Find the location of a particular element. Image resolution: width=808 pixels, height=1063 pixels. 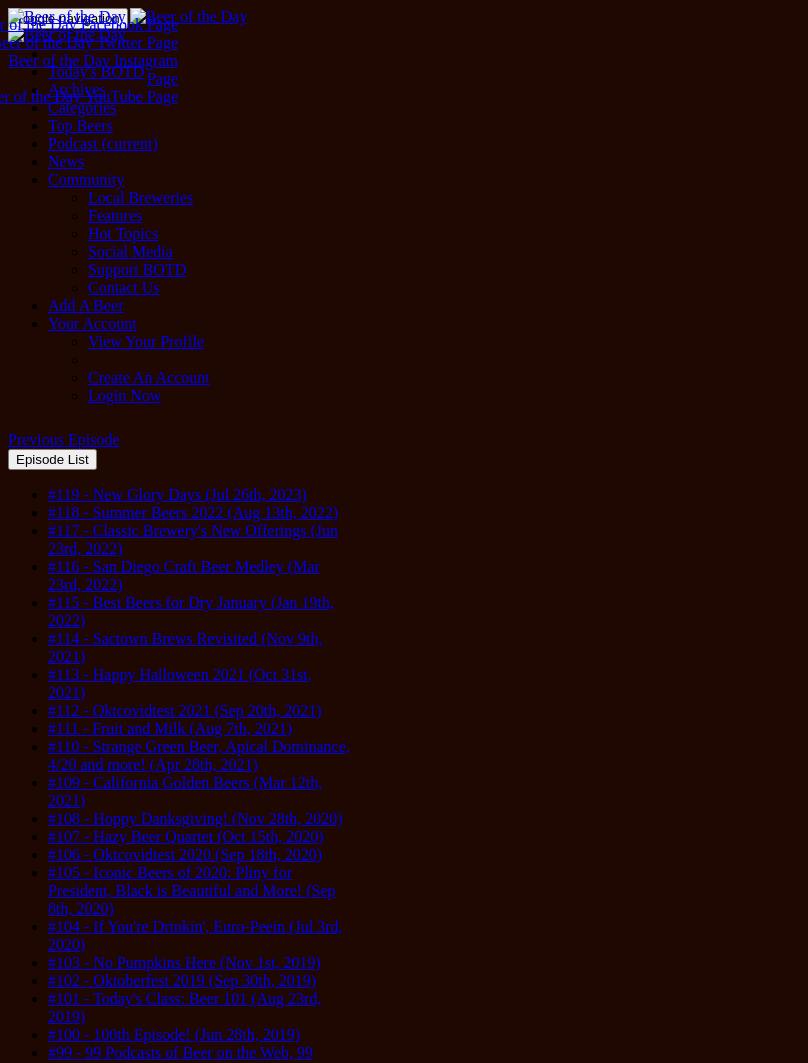

'#100 - 100th Episode! (Jun 28th, 2019)' is located at coordinates (172, 1033).